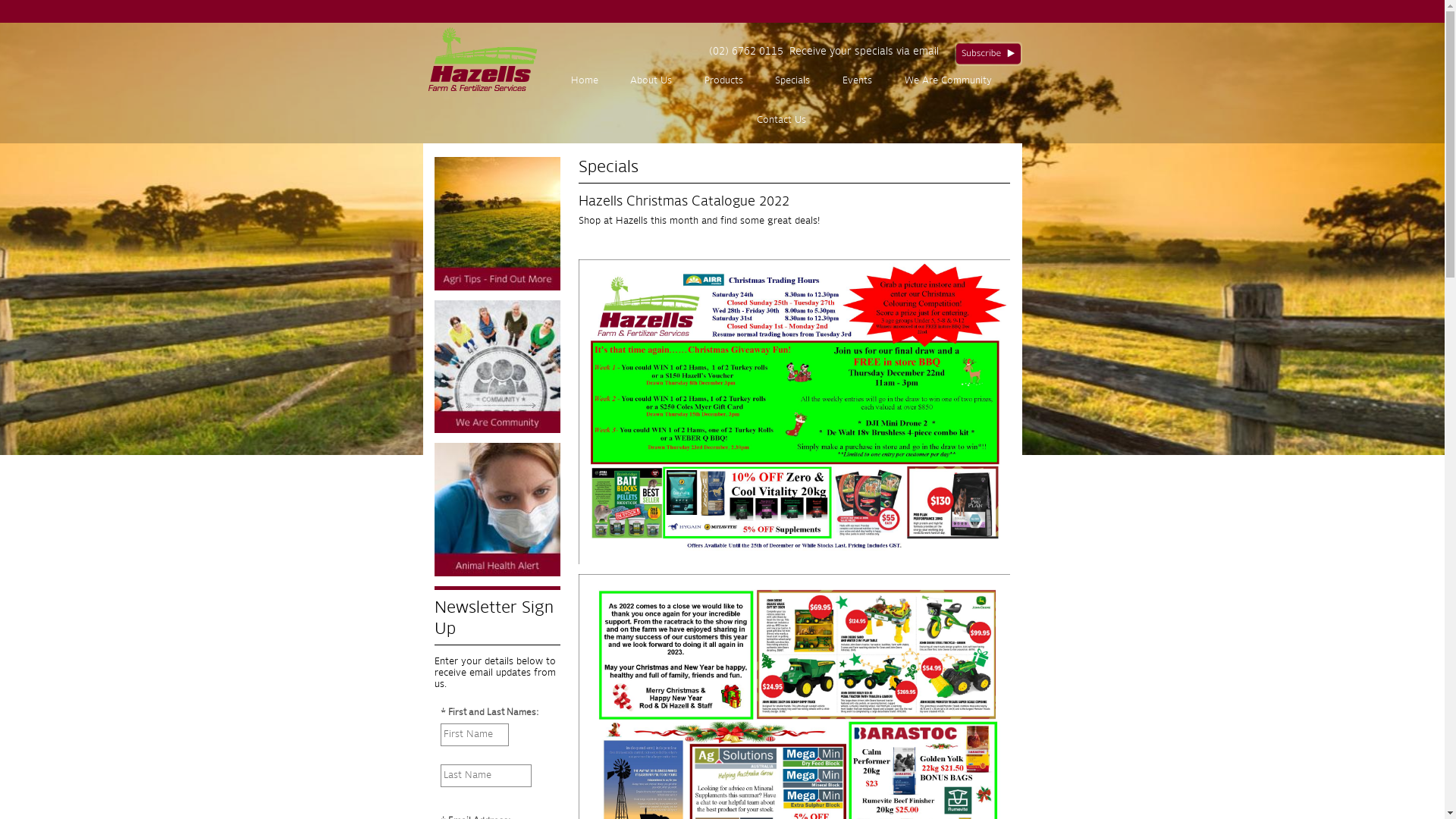  Describe the element at coordinates (946, 81) in the screenshot. I see `'We Are Community'` at that location.